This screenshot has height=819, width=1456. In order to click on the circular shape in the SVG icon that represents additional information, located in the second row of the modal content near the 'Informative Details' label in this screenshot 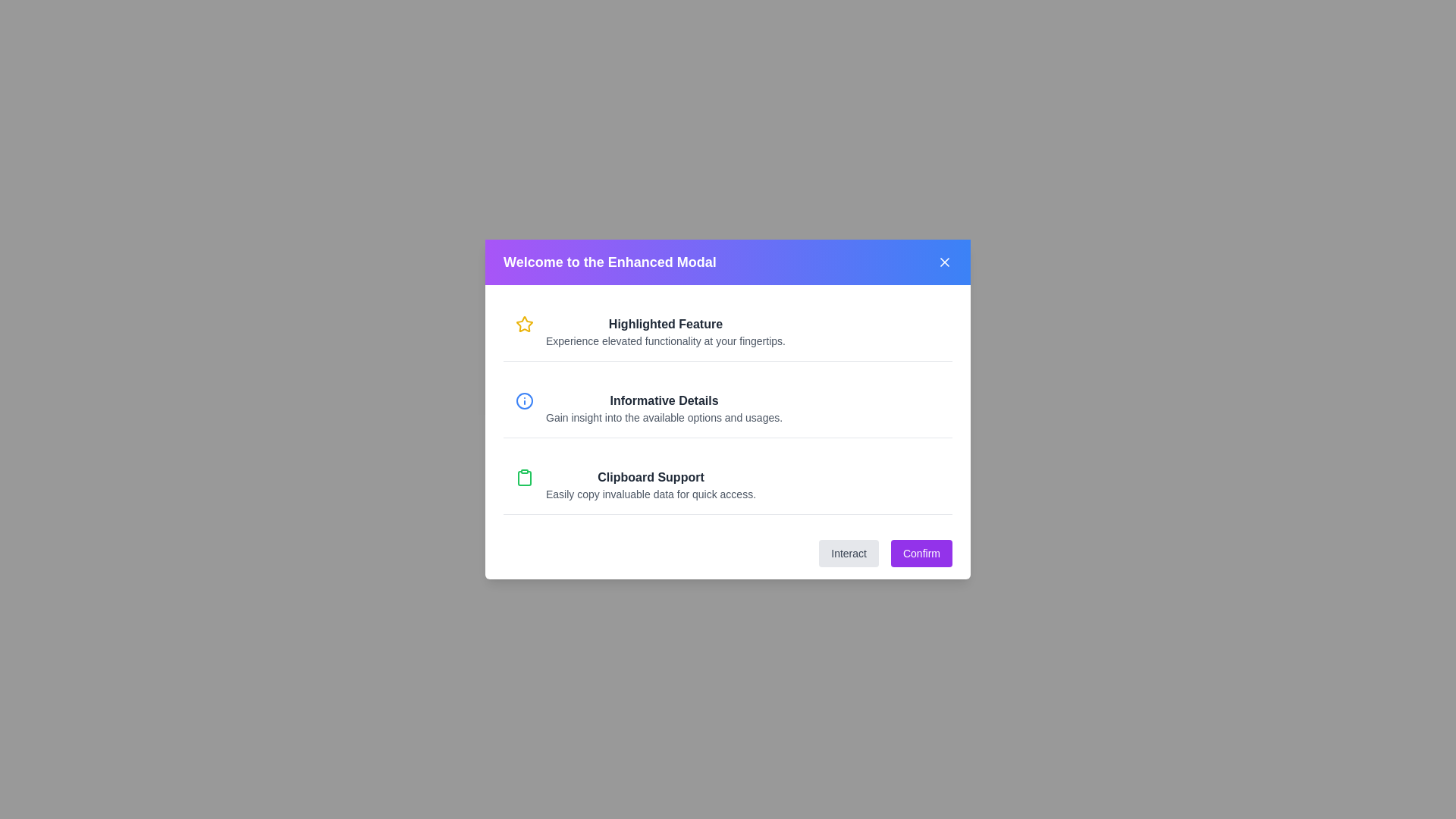, I will do `click(524, 400)`.